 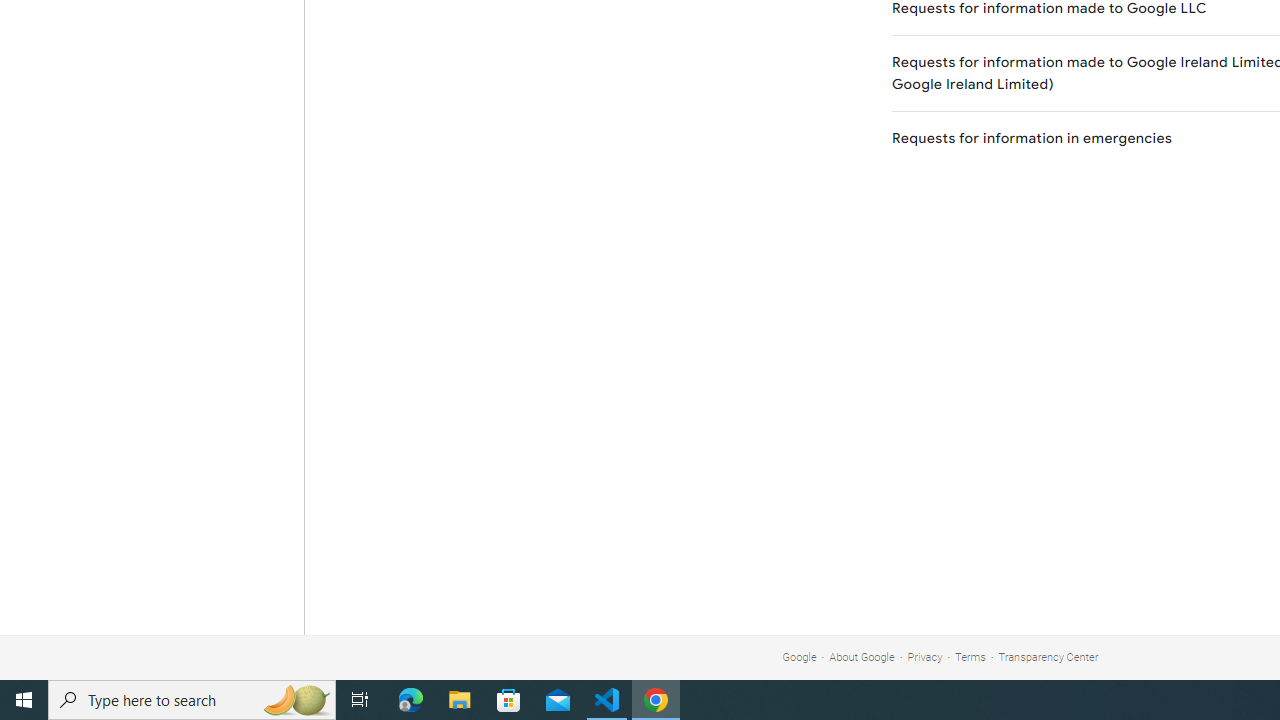 What do you see at coordinates (1047, 657) in the screenshot?
I see `'Transparency Center'` at bounding box center [1047, 657].